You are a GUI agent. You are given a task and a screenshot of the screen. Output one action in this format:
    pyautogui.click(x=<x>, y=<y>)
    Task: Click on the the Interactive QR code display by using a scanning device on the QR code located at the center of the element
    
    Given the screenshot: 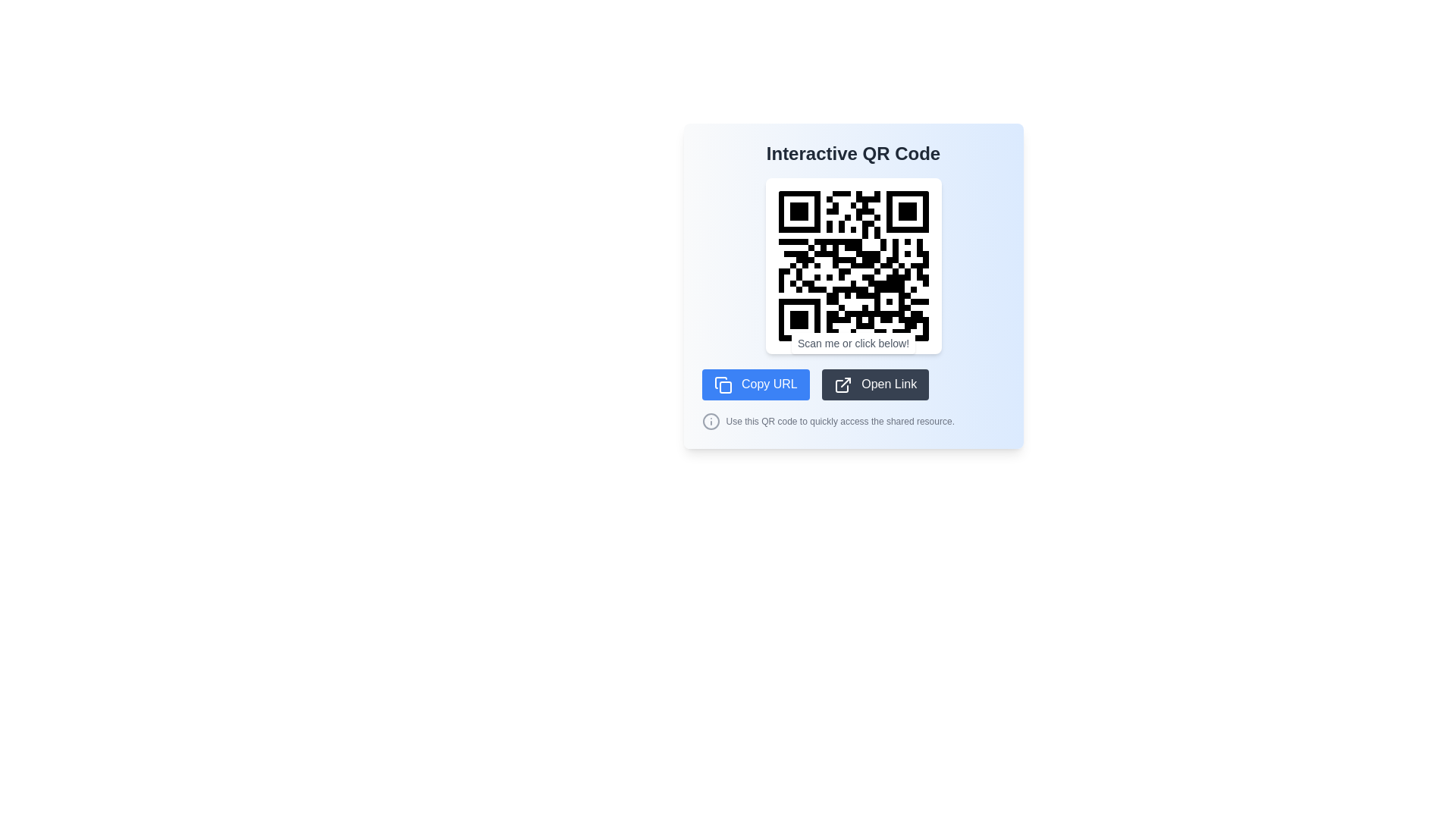 What is the action you would take?
    pyautogui.click(x=853, y=265)
    